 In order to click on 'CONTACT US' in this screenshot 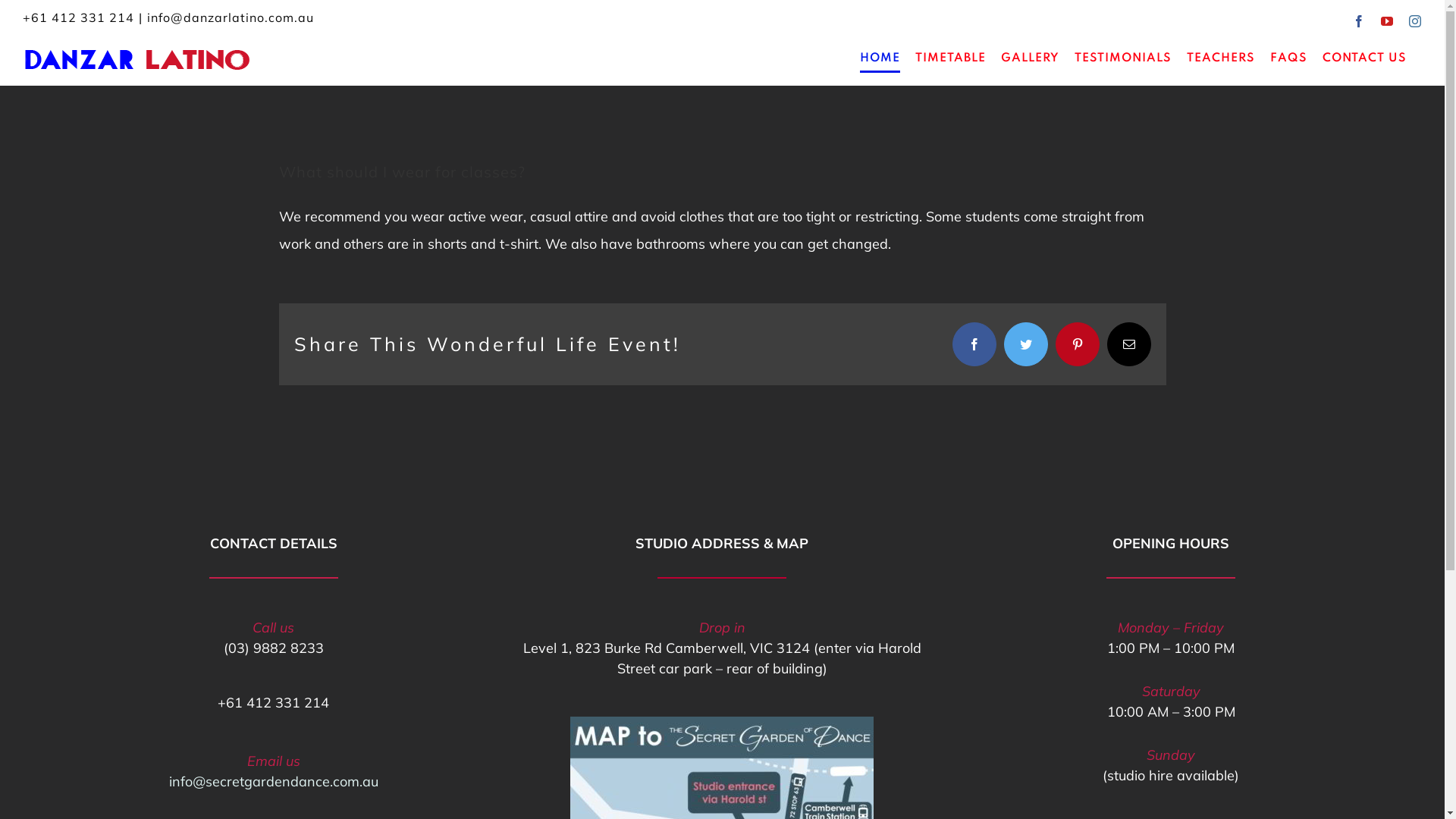, I will do `click(1321, 58)`.